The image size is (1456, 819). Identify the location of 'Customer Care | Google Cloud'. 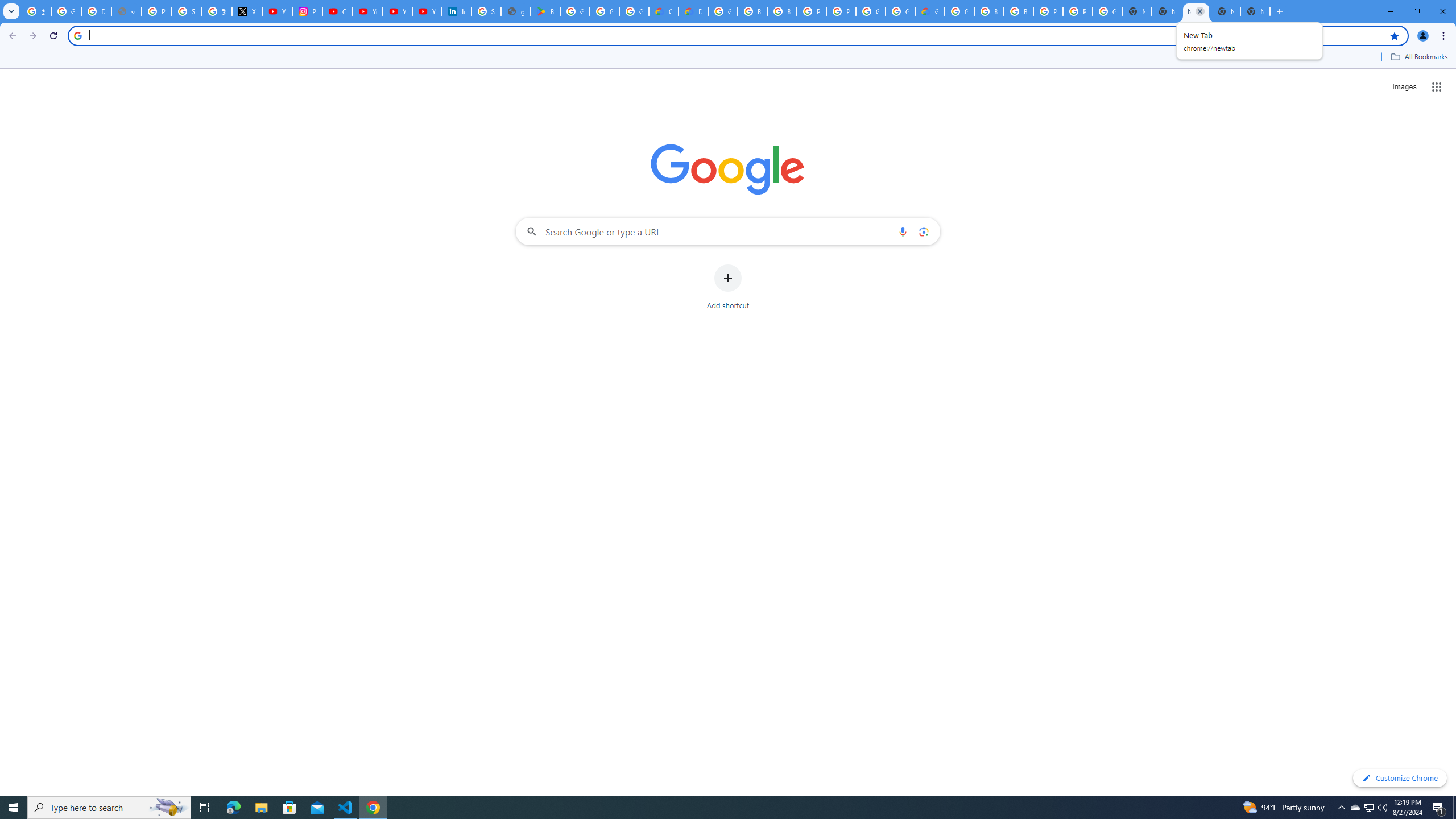
(663, 11).